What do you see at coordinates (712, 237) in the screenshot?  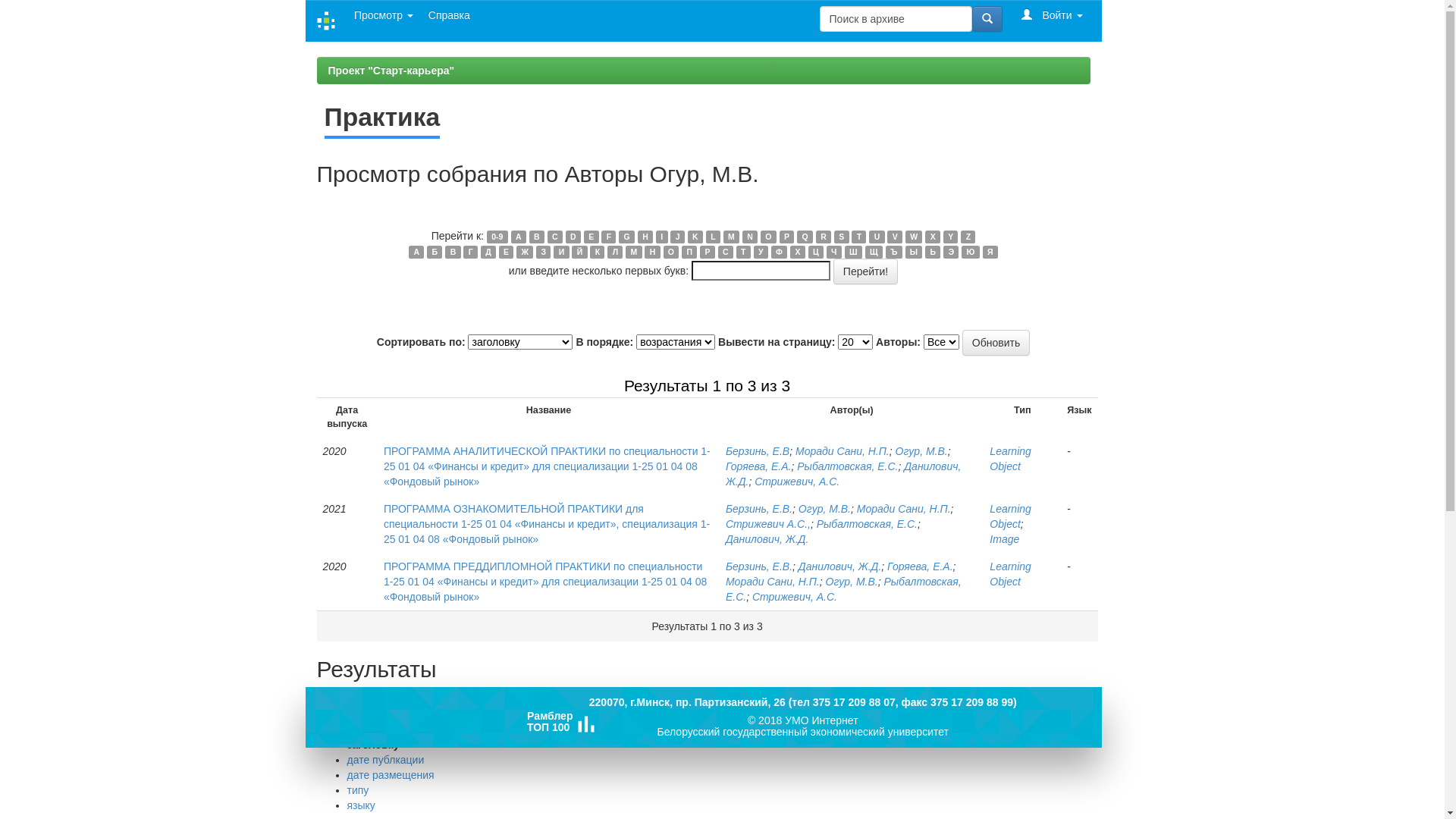 I see `'L'` at bounding box center [712, 237].